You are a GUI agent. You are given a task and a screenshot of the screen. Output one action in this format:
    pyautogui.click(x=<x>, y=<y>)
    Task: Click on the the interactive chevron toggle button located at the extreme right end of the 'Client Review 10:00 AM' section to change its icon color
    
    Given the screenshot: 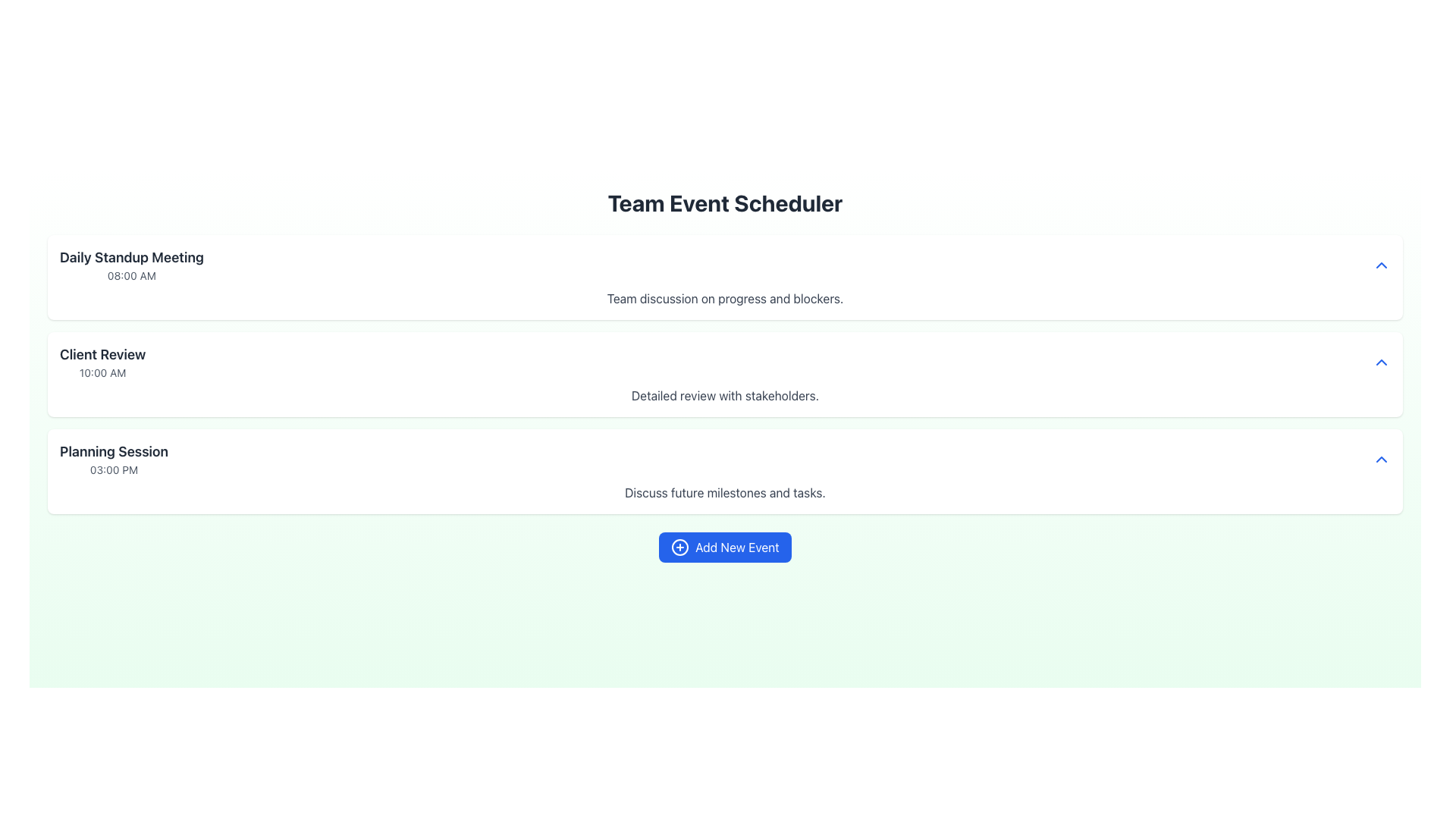 What is the action you would take?
    pyautogui.click(x=1382, y=362)
    